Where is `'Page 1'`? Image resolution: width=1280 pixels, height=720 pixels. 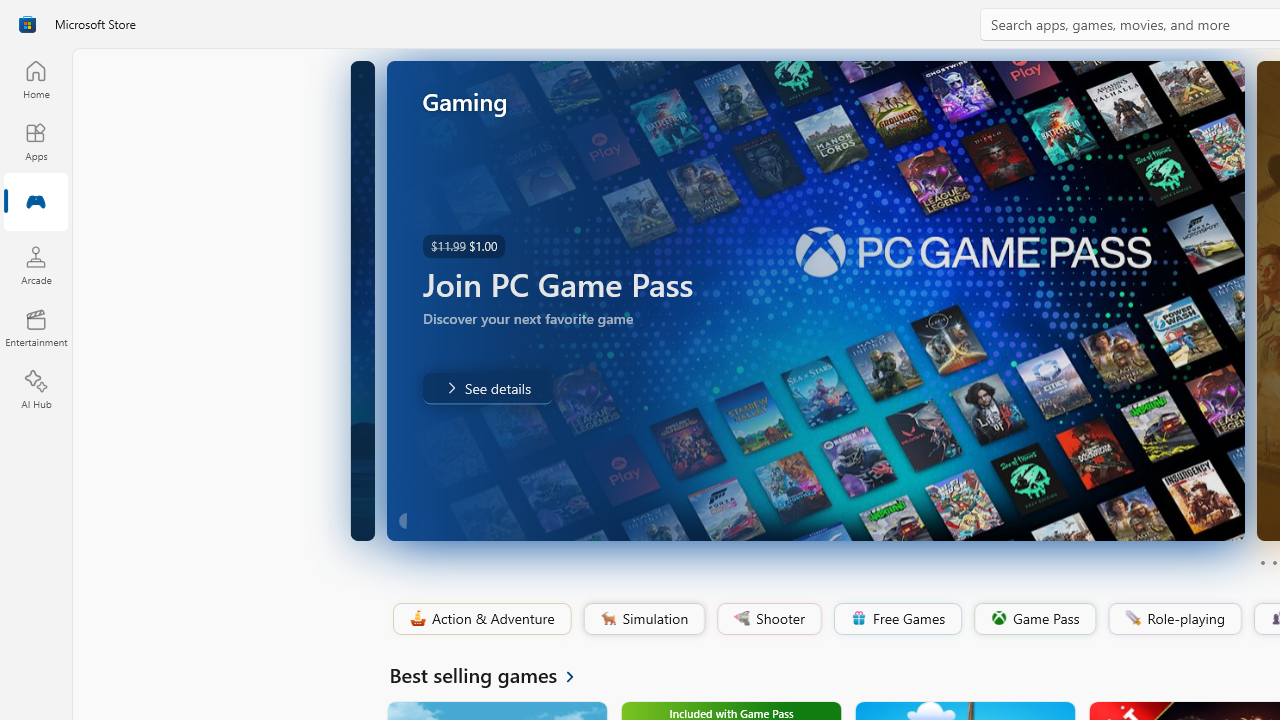 'Page 1' is located at coordinates (1261, 563).